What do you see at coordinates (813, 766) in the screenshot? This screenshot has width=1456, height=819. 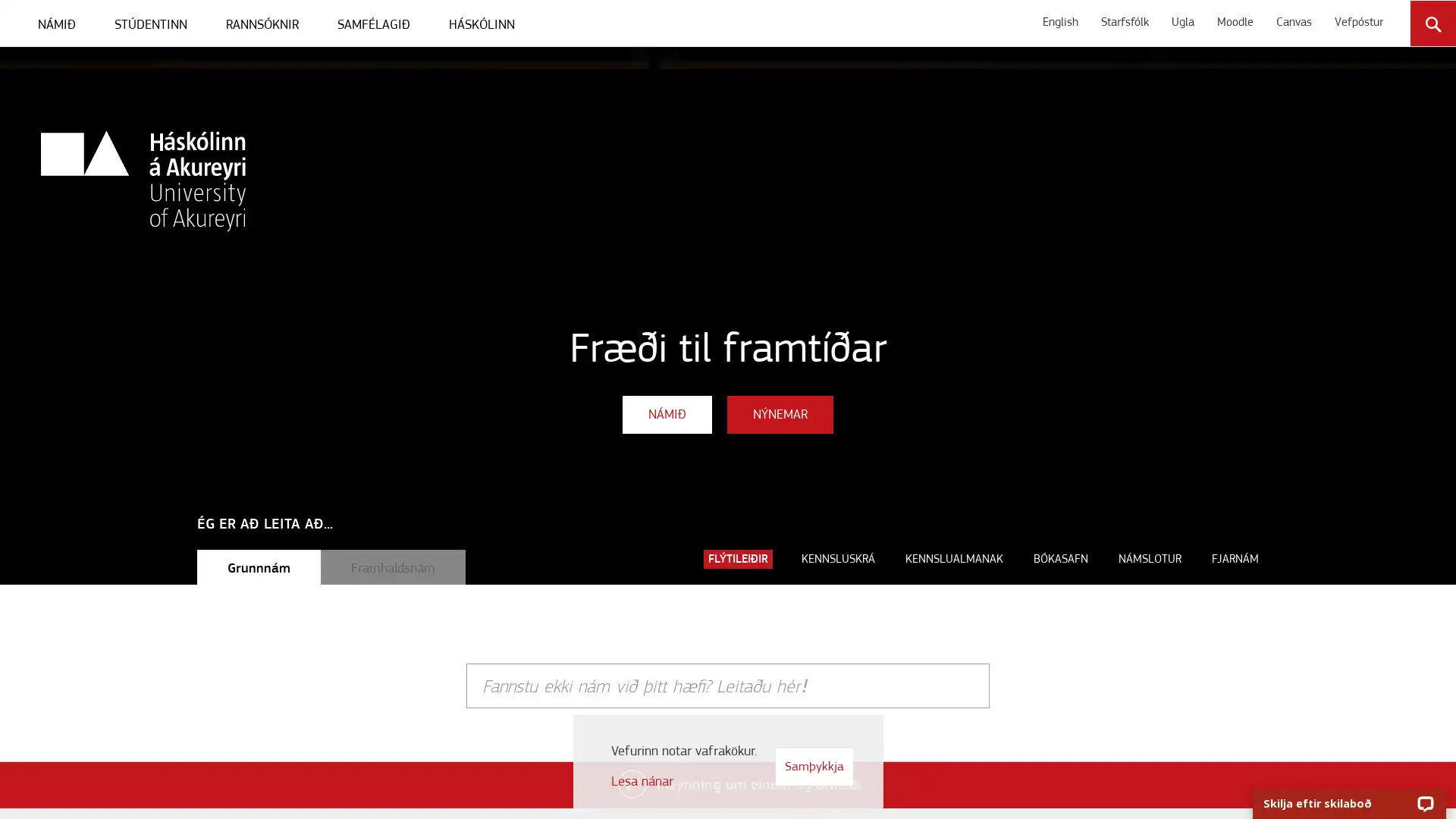 I see `Samykkja vafrakokur` at bounding box center [813, 766].